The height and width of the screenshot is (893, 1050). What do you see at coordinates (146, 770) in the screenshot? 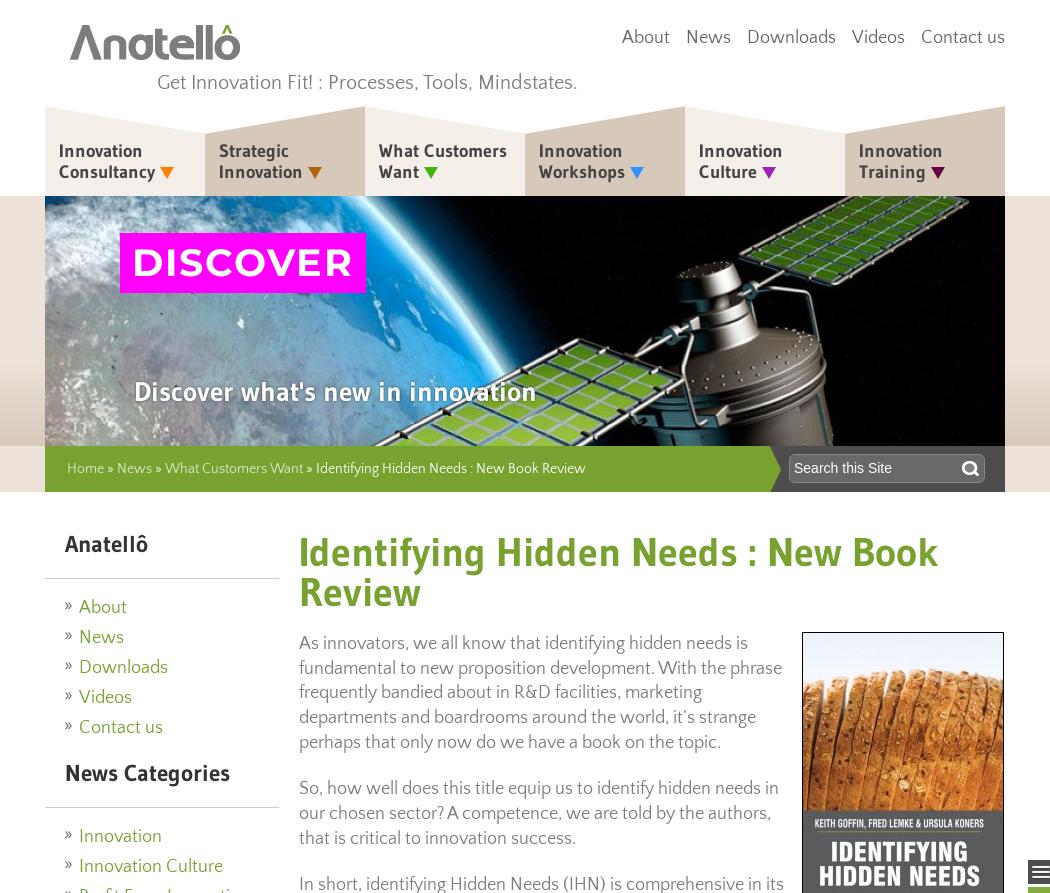
I see `'News Categories'` at bounding box center [146, 770].